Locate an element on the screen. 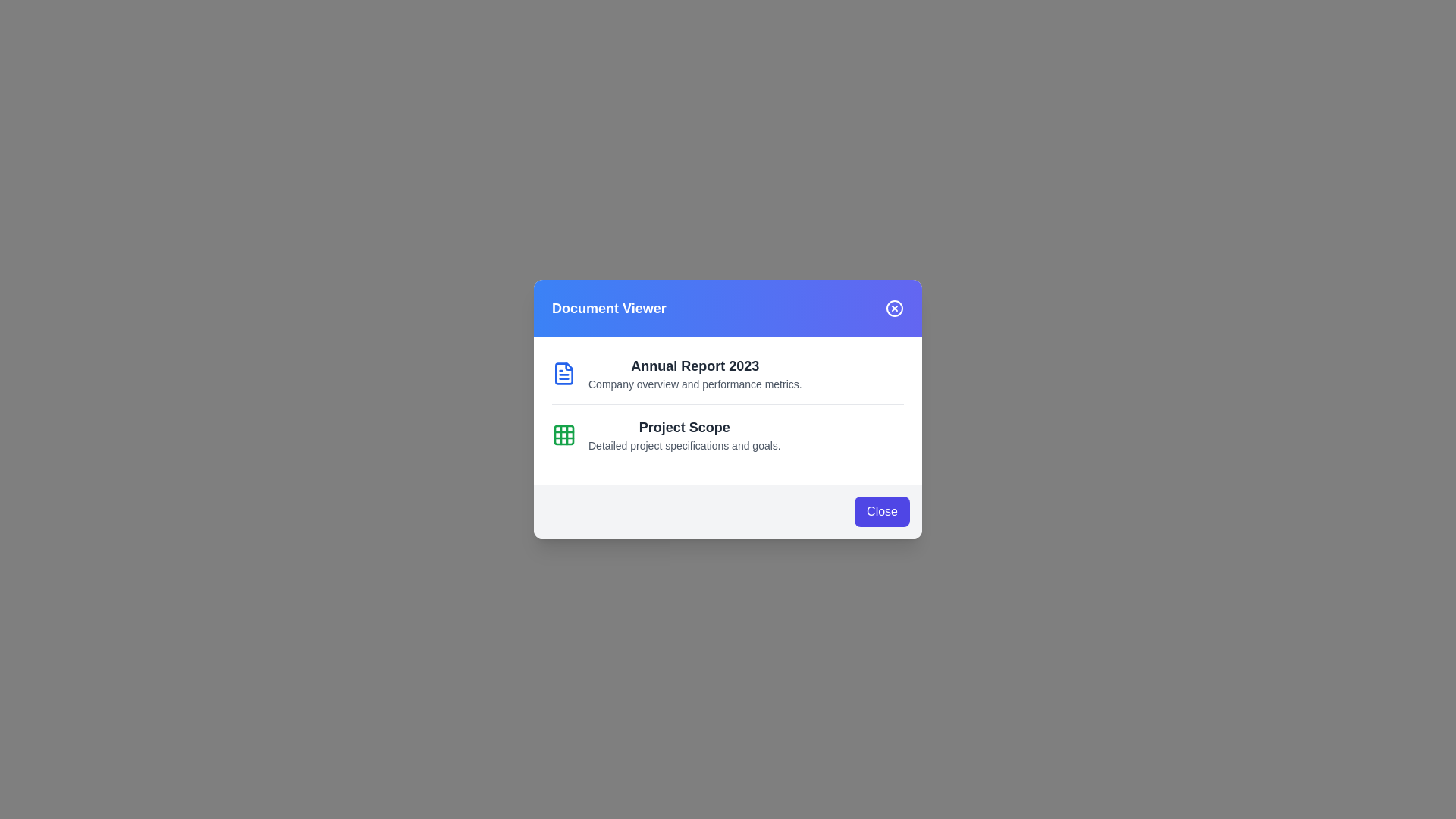 The image size is (1456, 819). the close icon to close the dialog is located at coordinates (895, 308).